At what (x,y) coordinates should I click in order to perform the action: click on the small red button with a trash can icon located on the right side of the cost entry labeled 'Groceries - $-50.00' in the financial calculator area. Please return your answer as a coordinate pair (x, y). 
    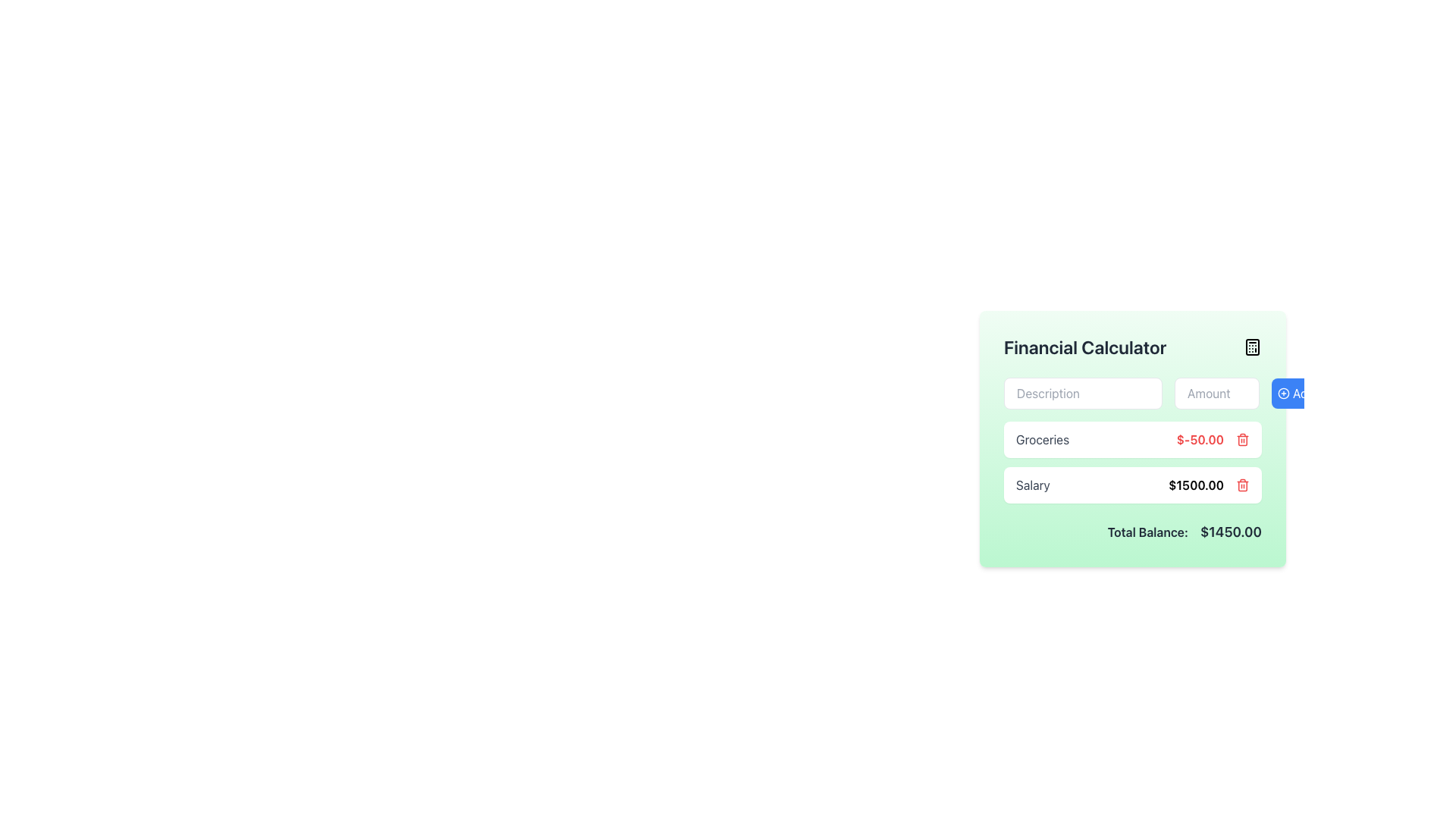
    Looking at the image, I should click on (1242, 439).